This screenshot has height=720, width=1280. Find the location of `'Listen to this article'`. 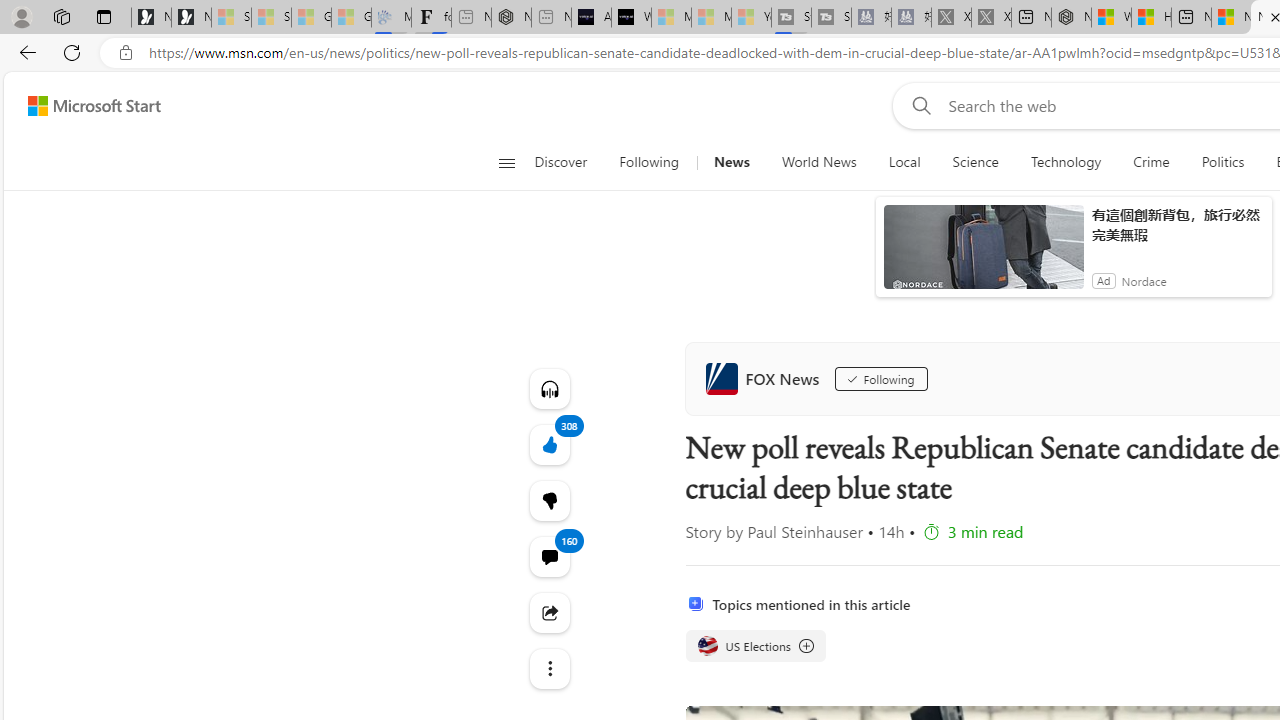

'Listen to this article' is located at coordinates (549, 388).